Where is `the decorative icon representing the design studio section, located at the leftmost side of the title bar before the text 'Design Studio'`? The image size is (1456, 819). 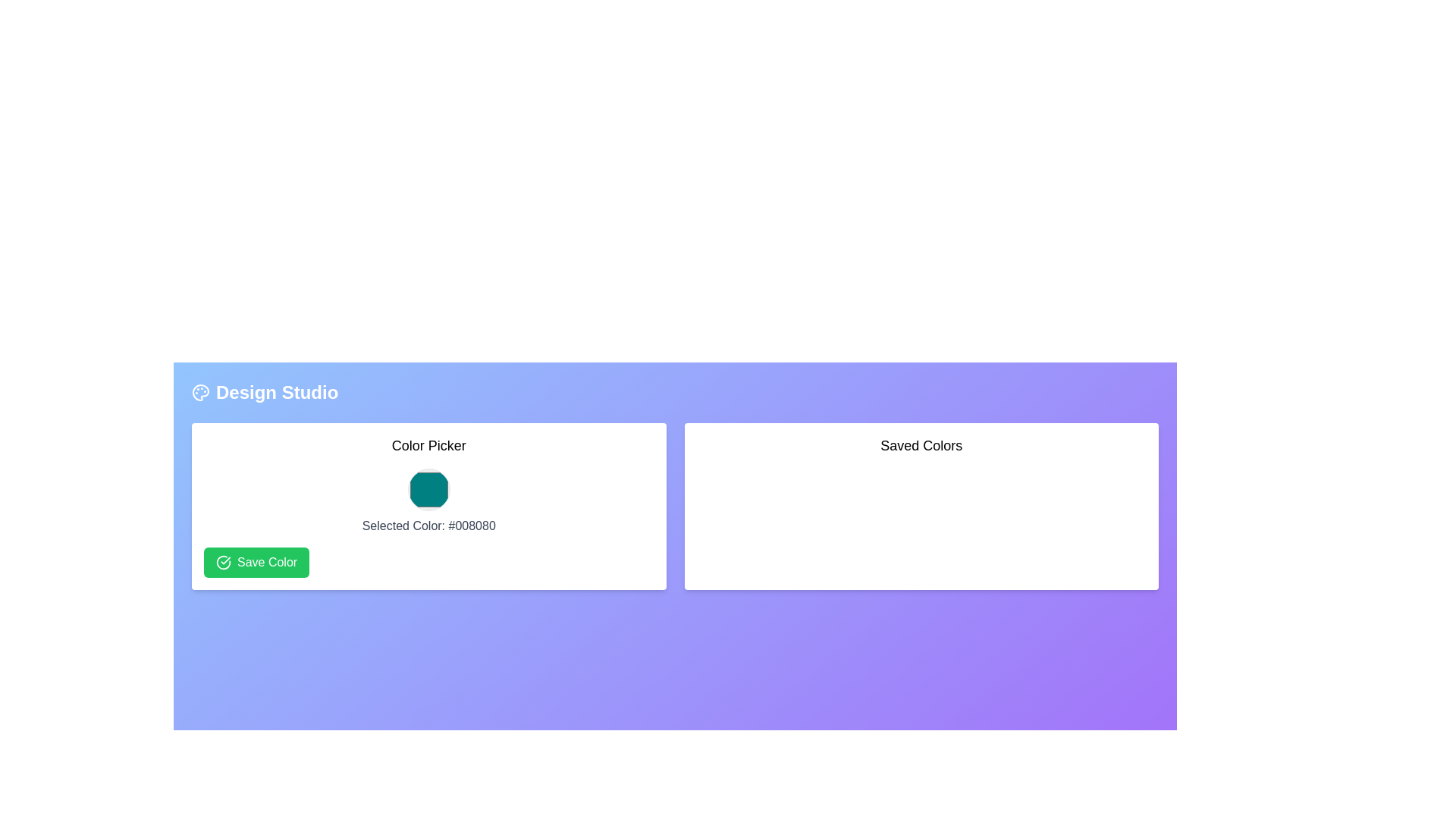 the decorative icon representing the design studio section, located at the leftmost side of the title bar before the text 'Design Studio' is located at coordinates (199, 391).